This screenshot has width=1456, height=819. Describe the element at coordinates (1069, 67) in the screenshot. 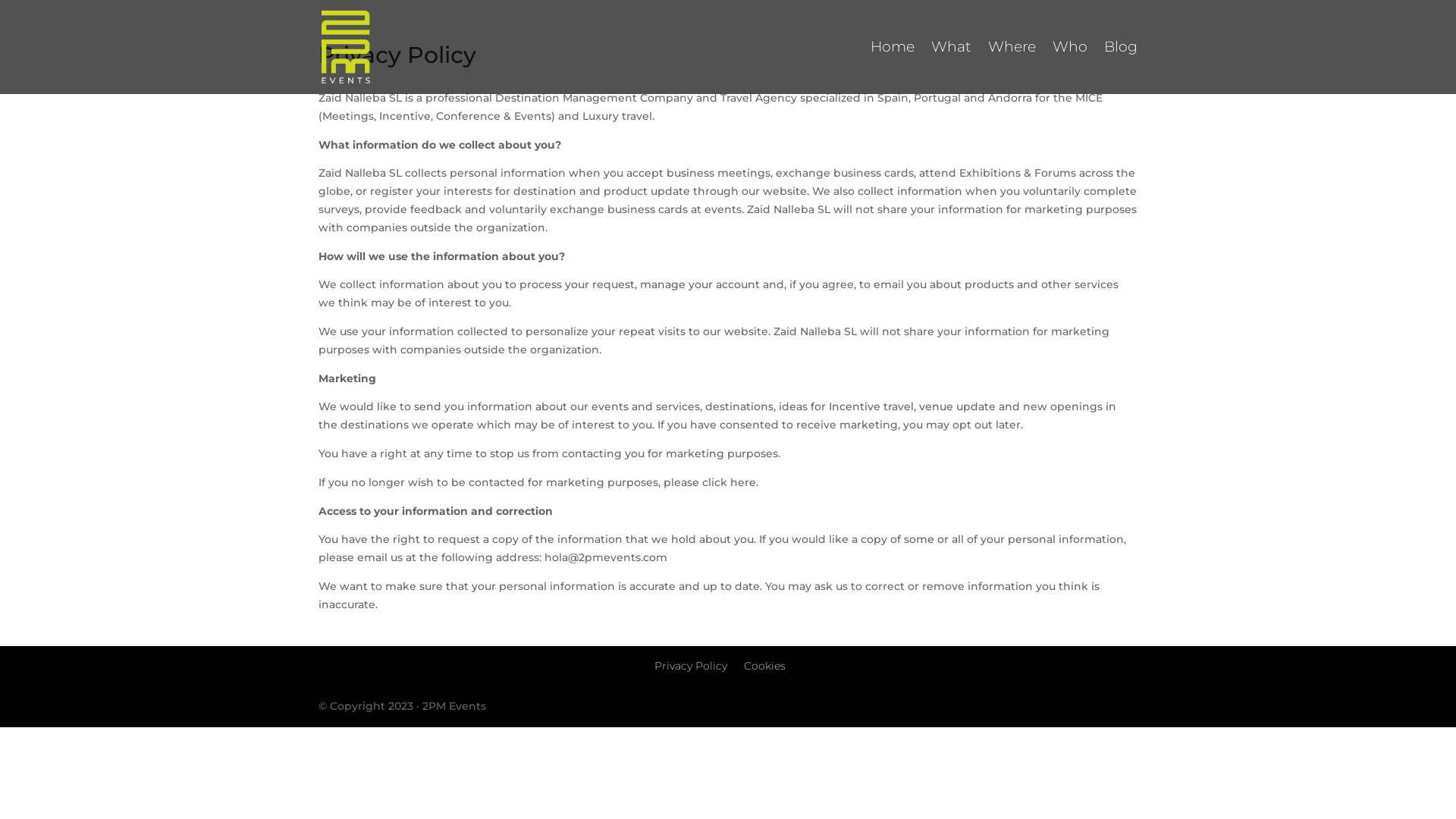

I see `'Who'` at that location.